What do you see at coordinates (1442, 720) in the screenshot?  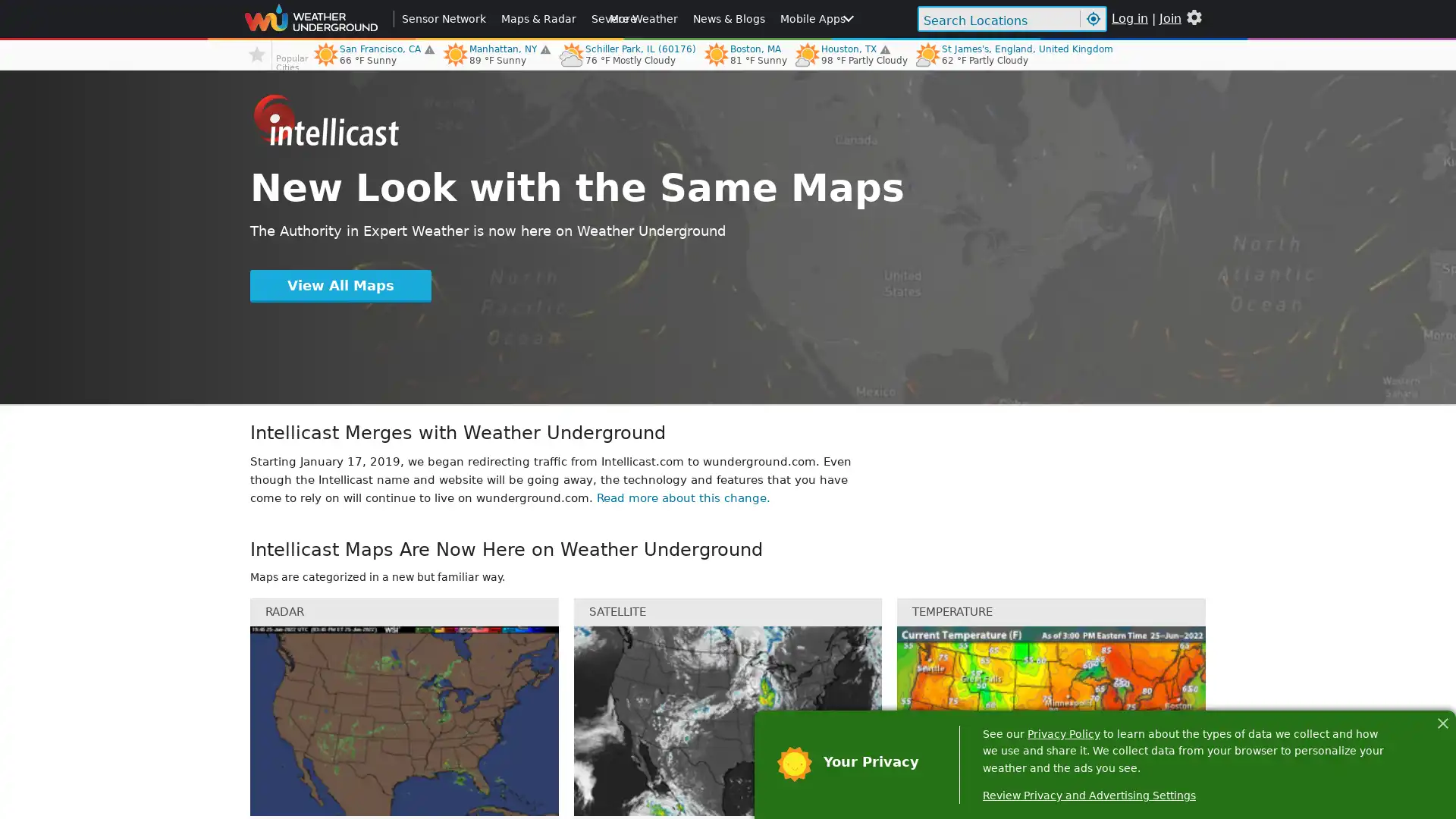 I see `close` at bounding box center [1442, 720].